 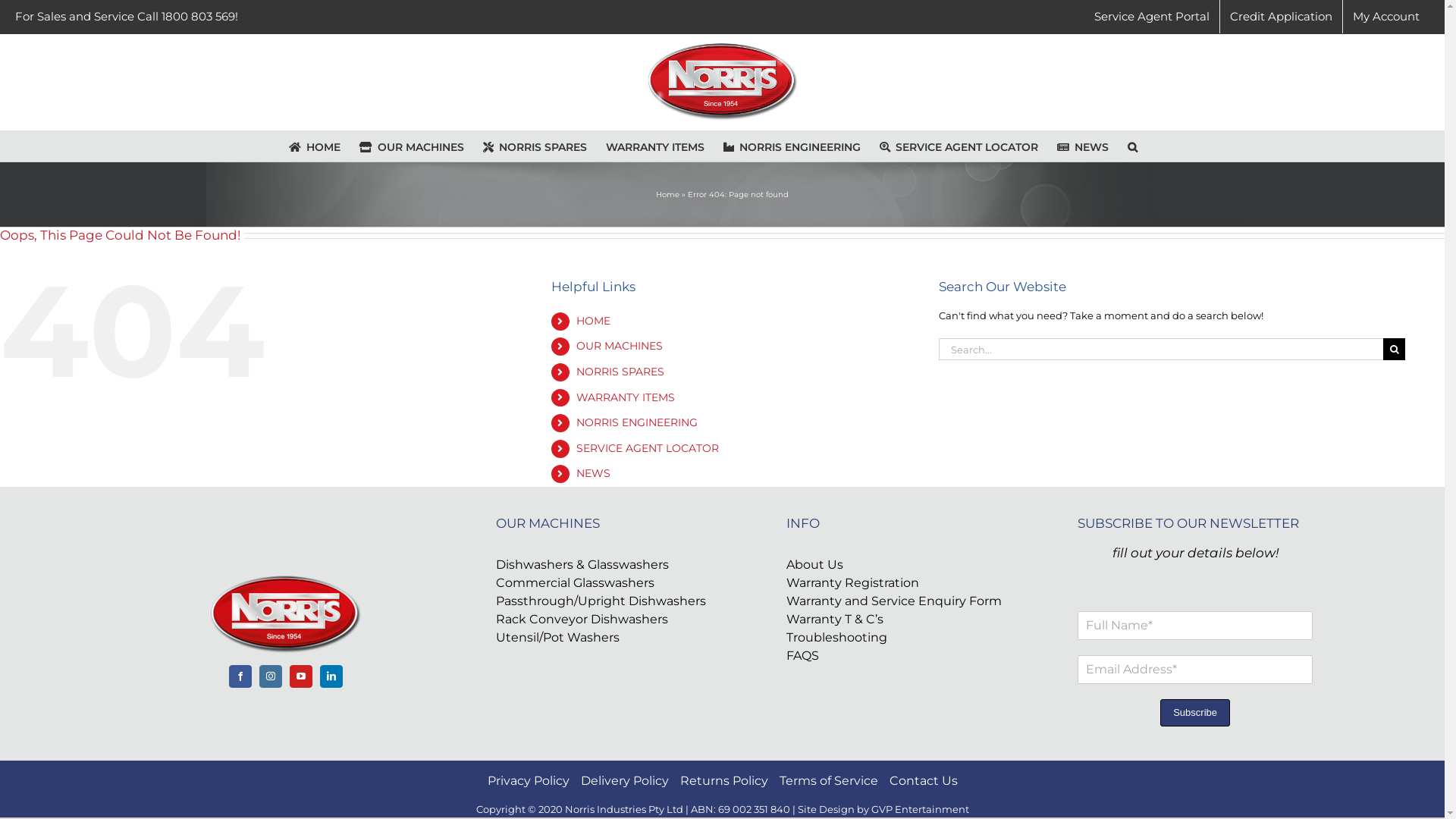 I want to click on 'Home', so click(x=667, y=193).